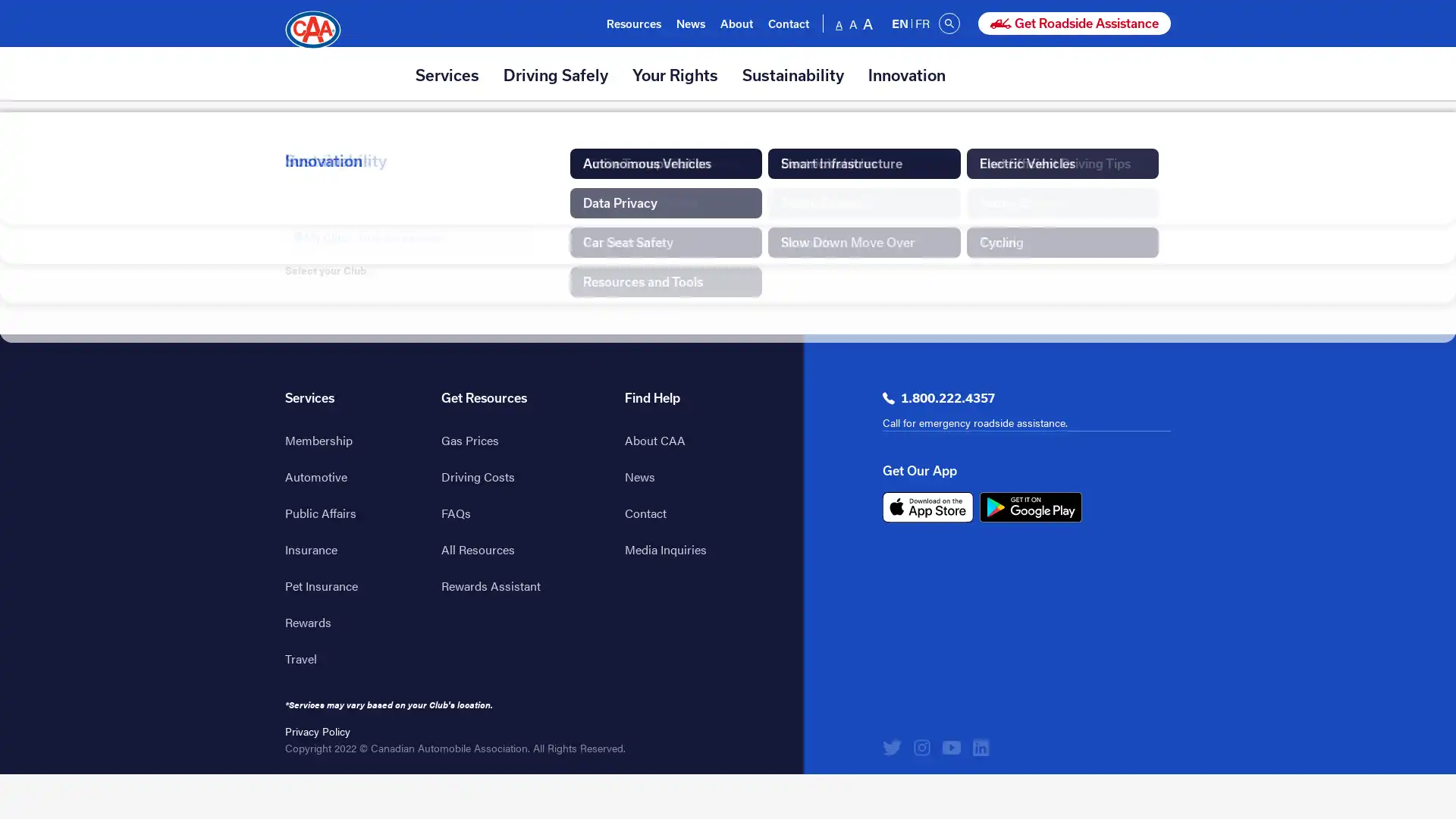 Image resolution: width=1456 pixels, height=819 pixels. What do you see at coordinates (949, 23) in the screenshot?
I see `Search` at bounding box center [949, 23].